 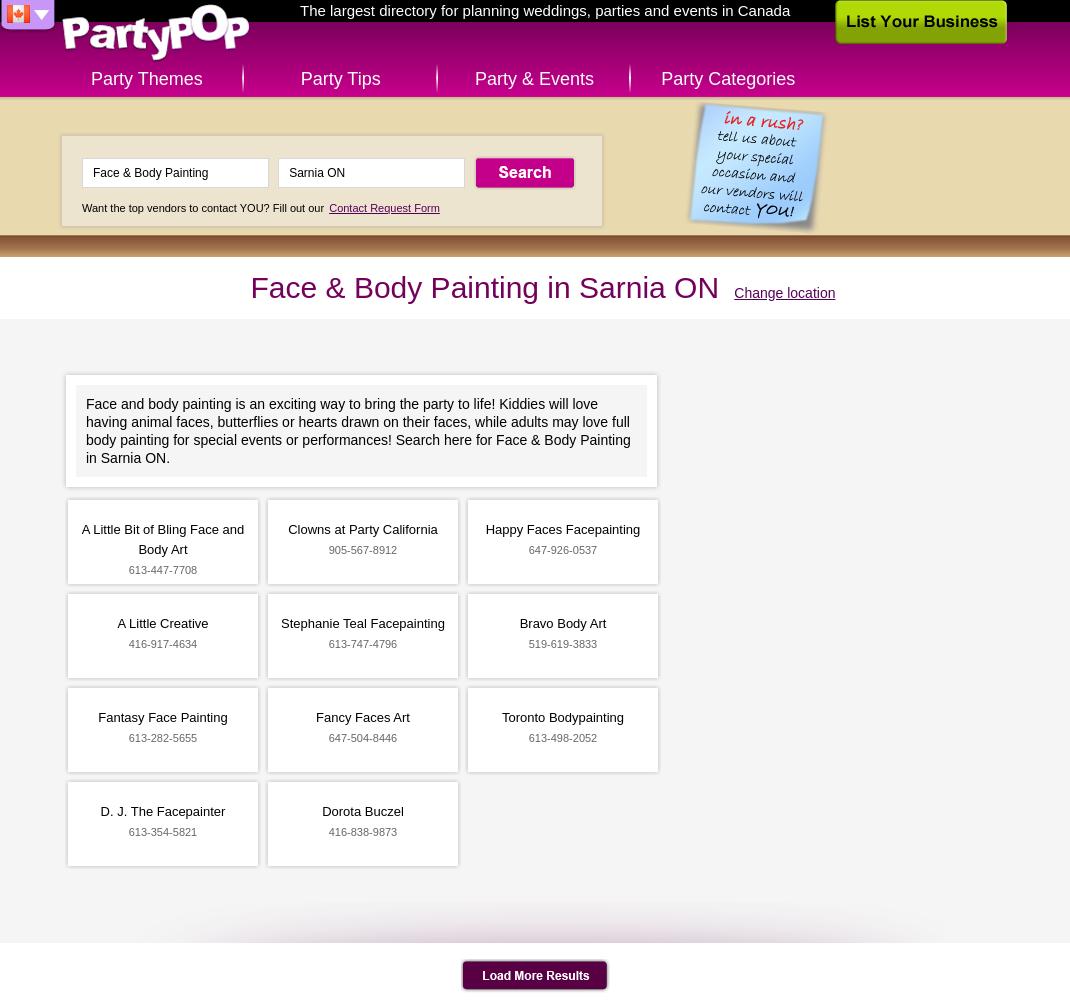 I want to click on 'Fantasy Face Painting', so click(x=98, y=716).